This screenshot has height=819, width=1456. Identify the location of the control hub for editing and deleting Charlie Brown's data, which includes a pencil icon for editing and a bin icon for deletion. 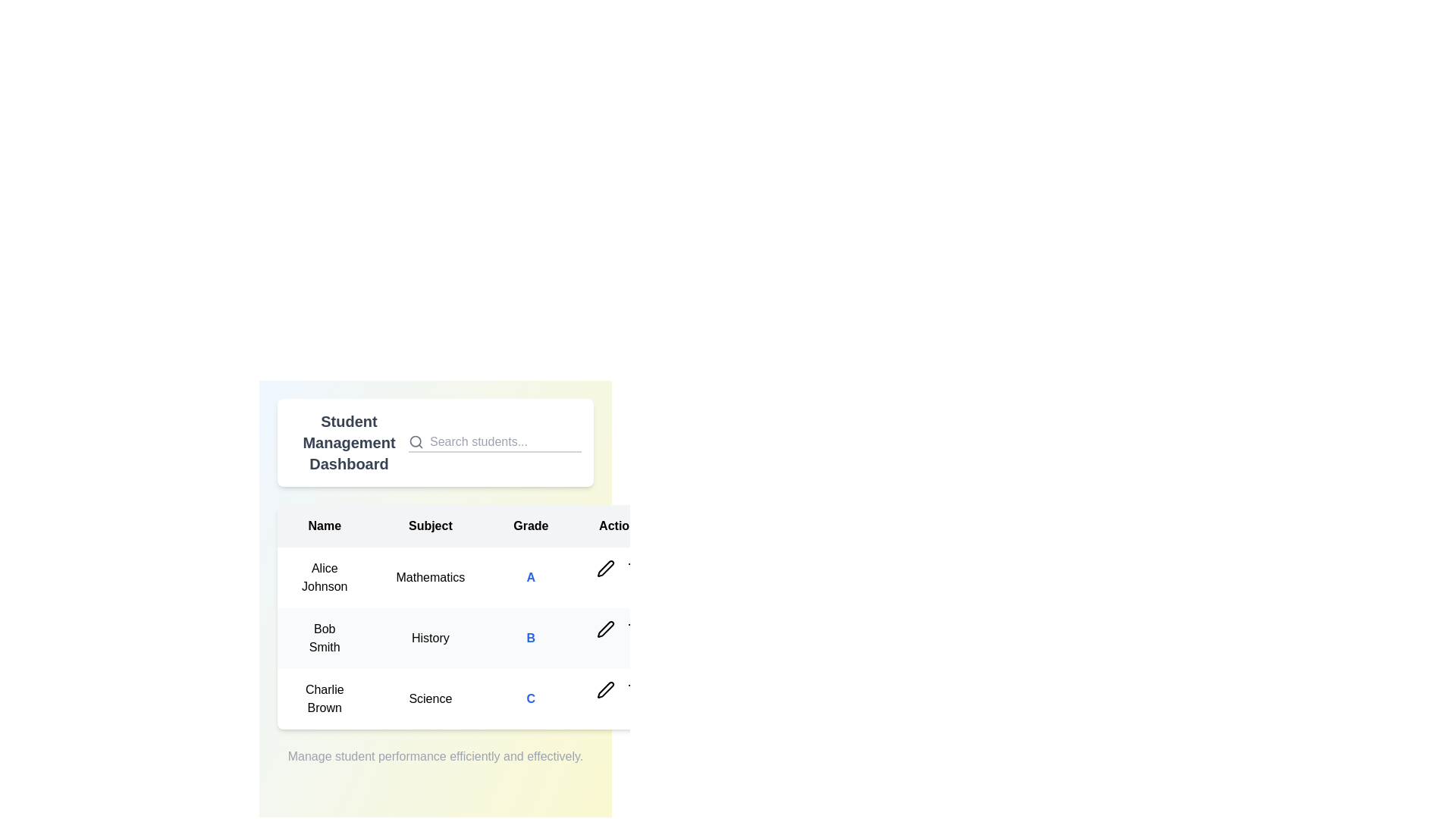
(621, 690).